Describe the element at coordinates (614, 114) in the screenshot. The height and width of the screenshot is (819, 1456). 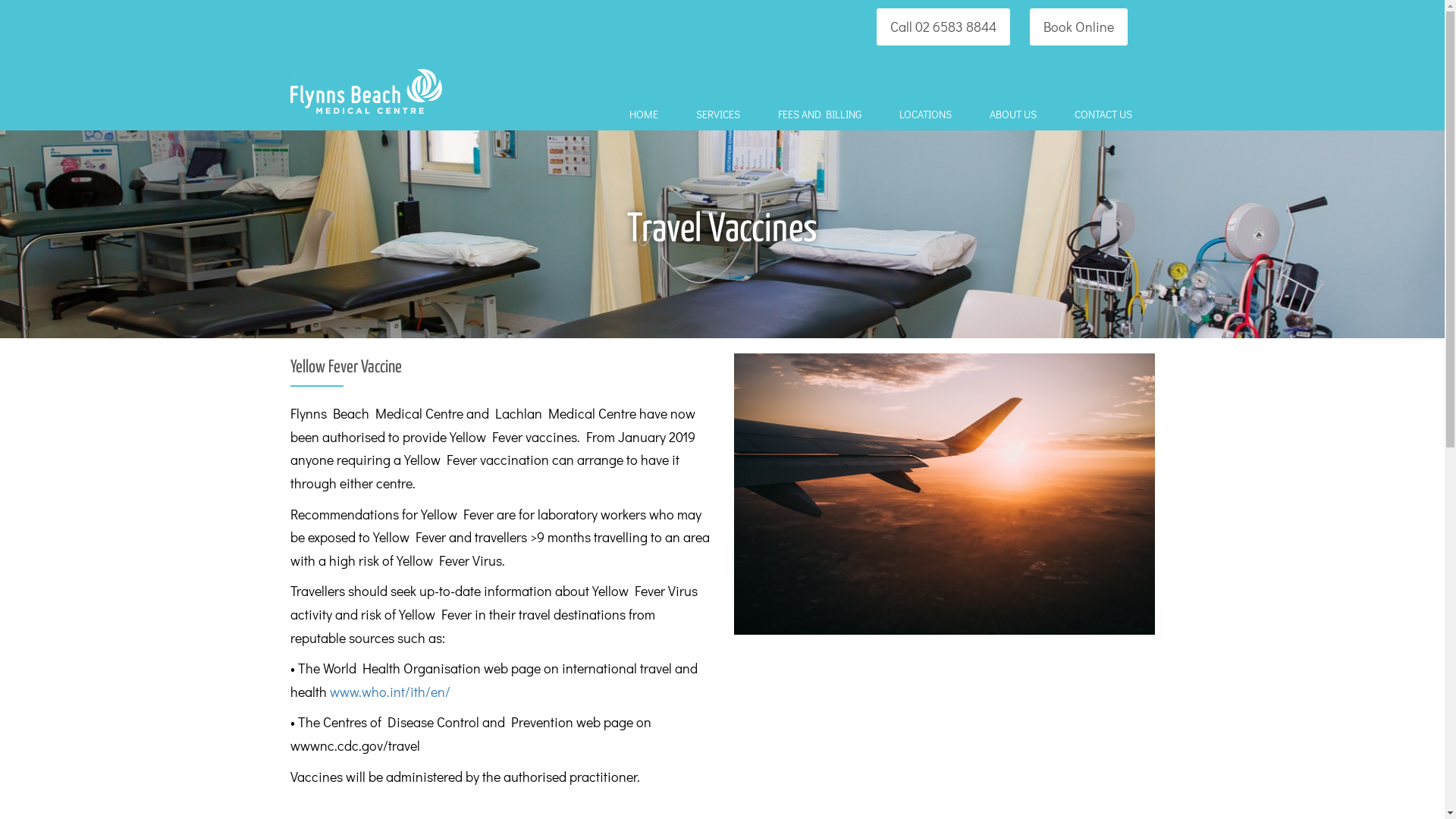
I see `'HOME'` at that location.